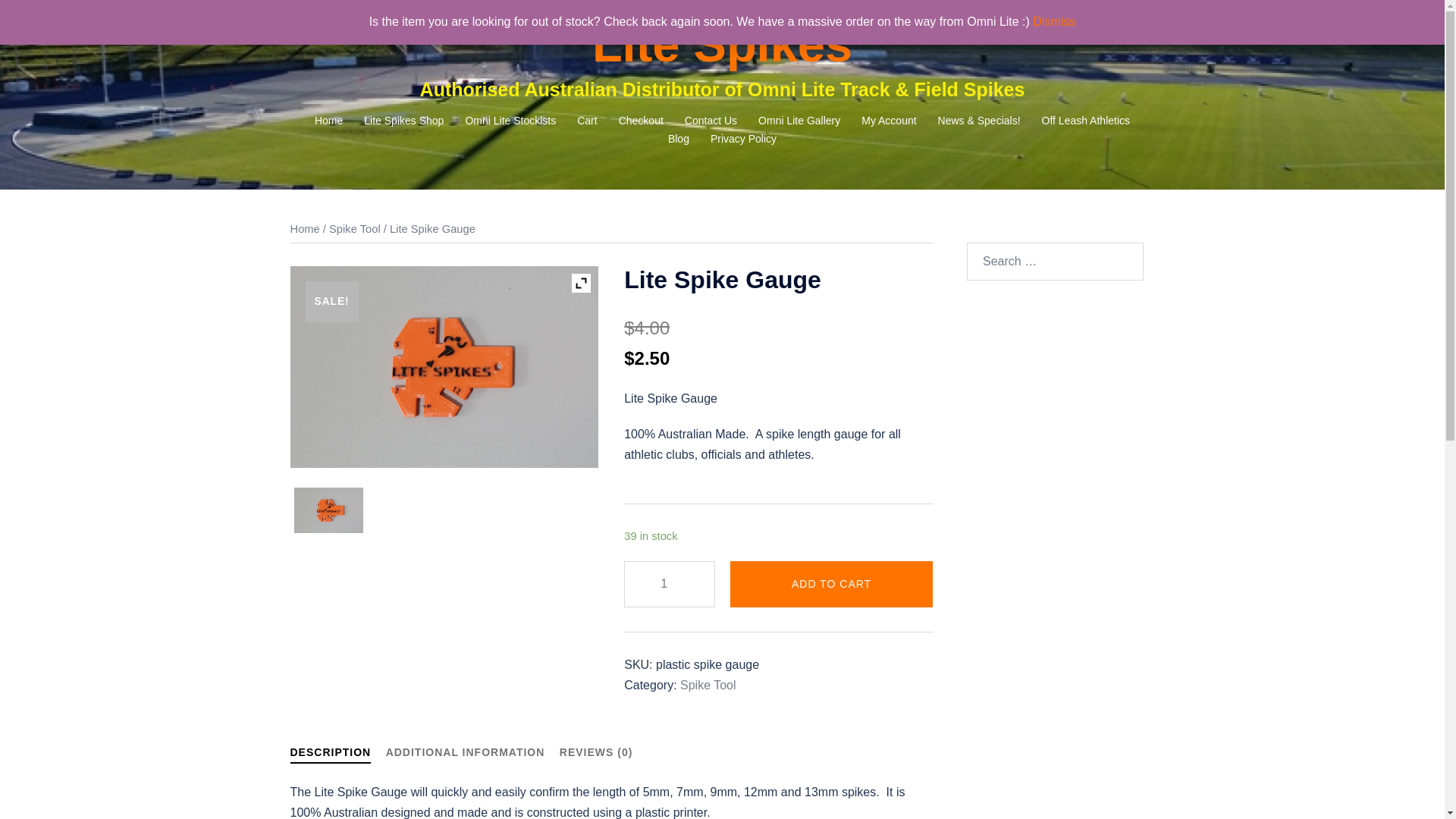 The height and width of the screenshot is (819, 1456). Describe the element at coordinates (303, 228) in the screenshot. I see `'Home'` at that location.